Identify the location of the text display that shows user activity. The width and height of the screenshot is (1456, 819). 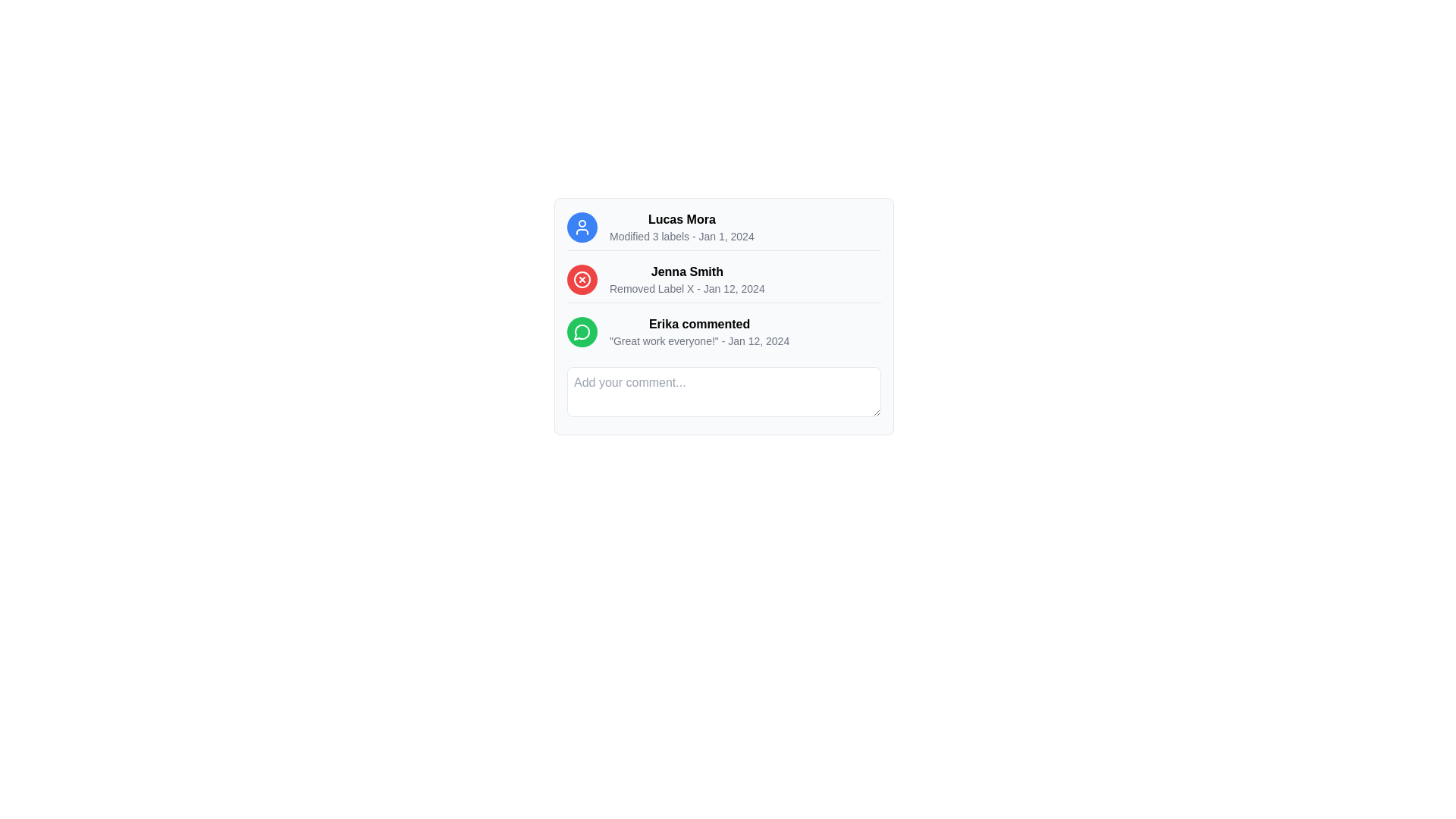
(680, 227).